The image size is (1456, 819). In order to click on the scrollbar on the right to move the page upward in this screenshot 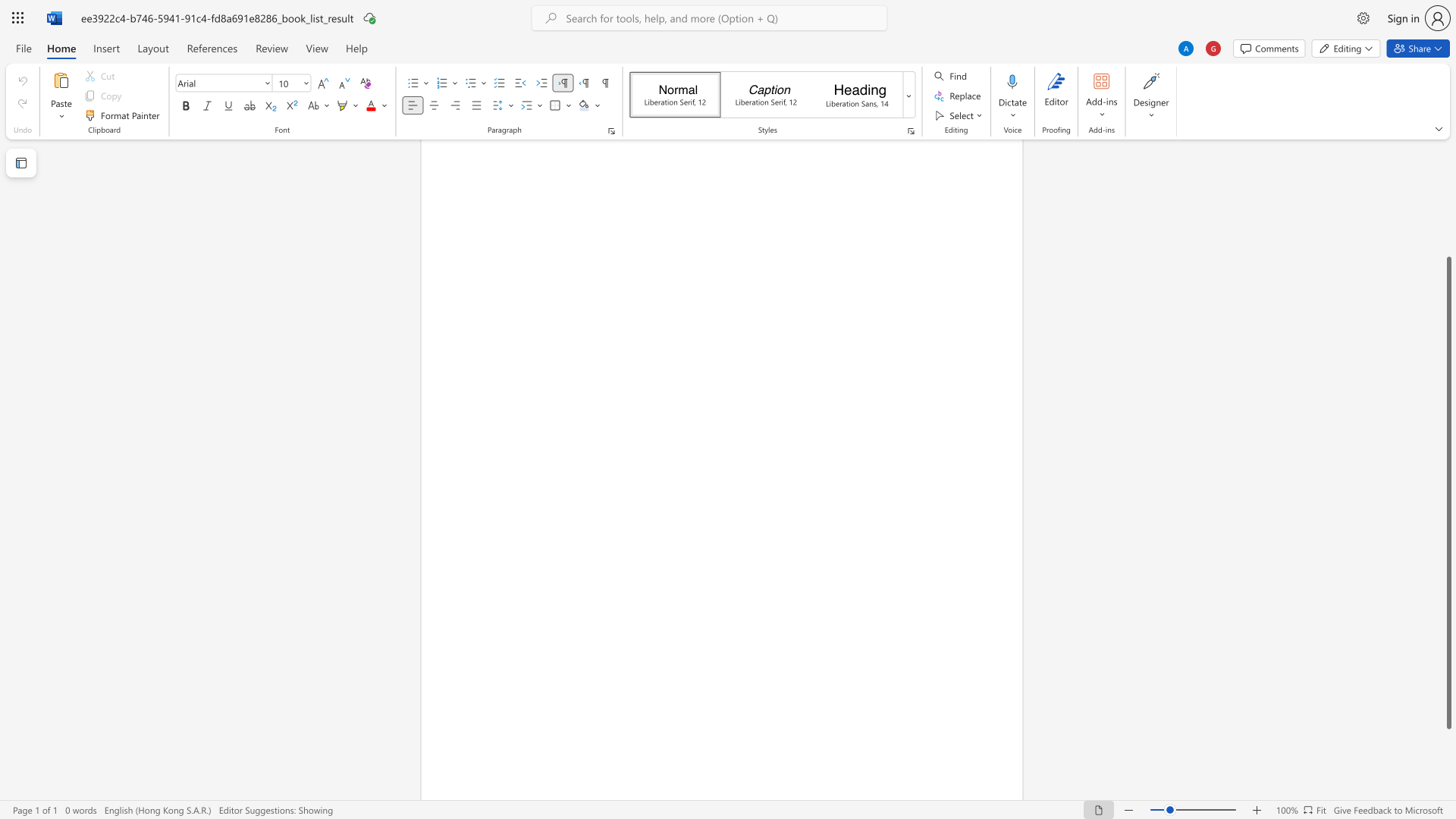, I will do `click(1448, 196)`.